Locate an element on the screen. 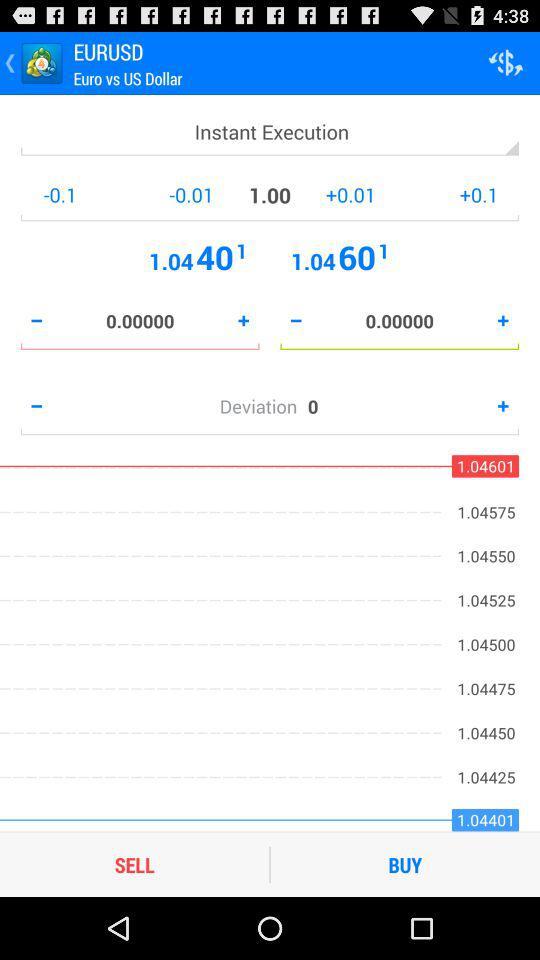  sell is located at coordinates (134, 863).